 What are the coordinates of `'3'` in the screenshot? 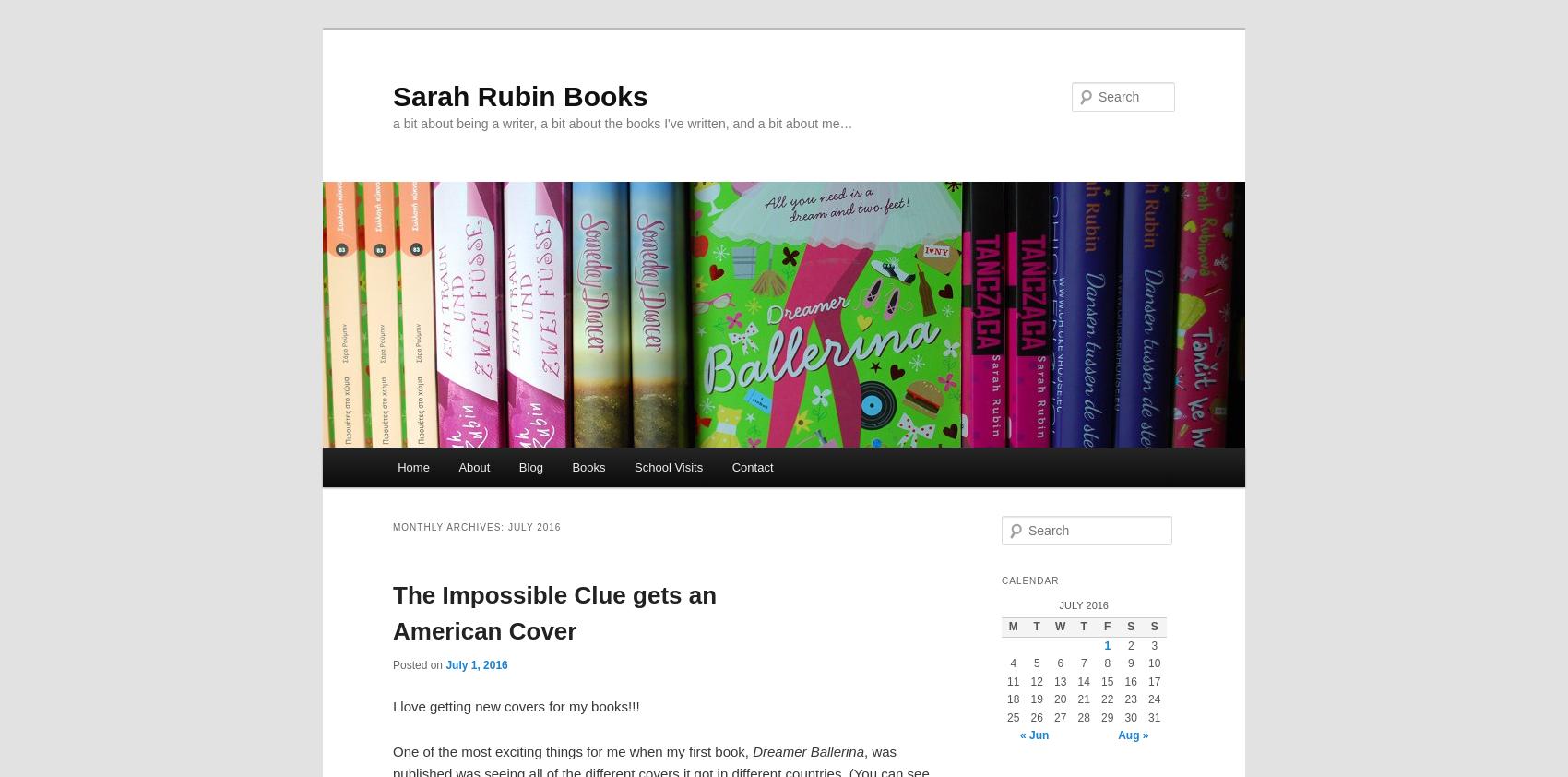 It's located at (1153, 645).